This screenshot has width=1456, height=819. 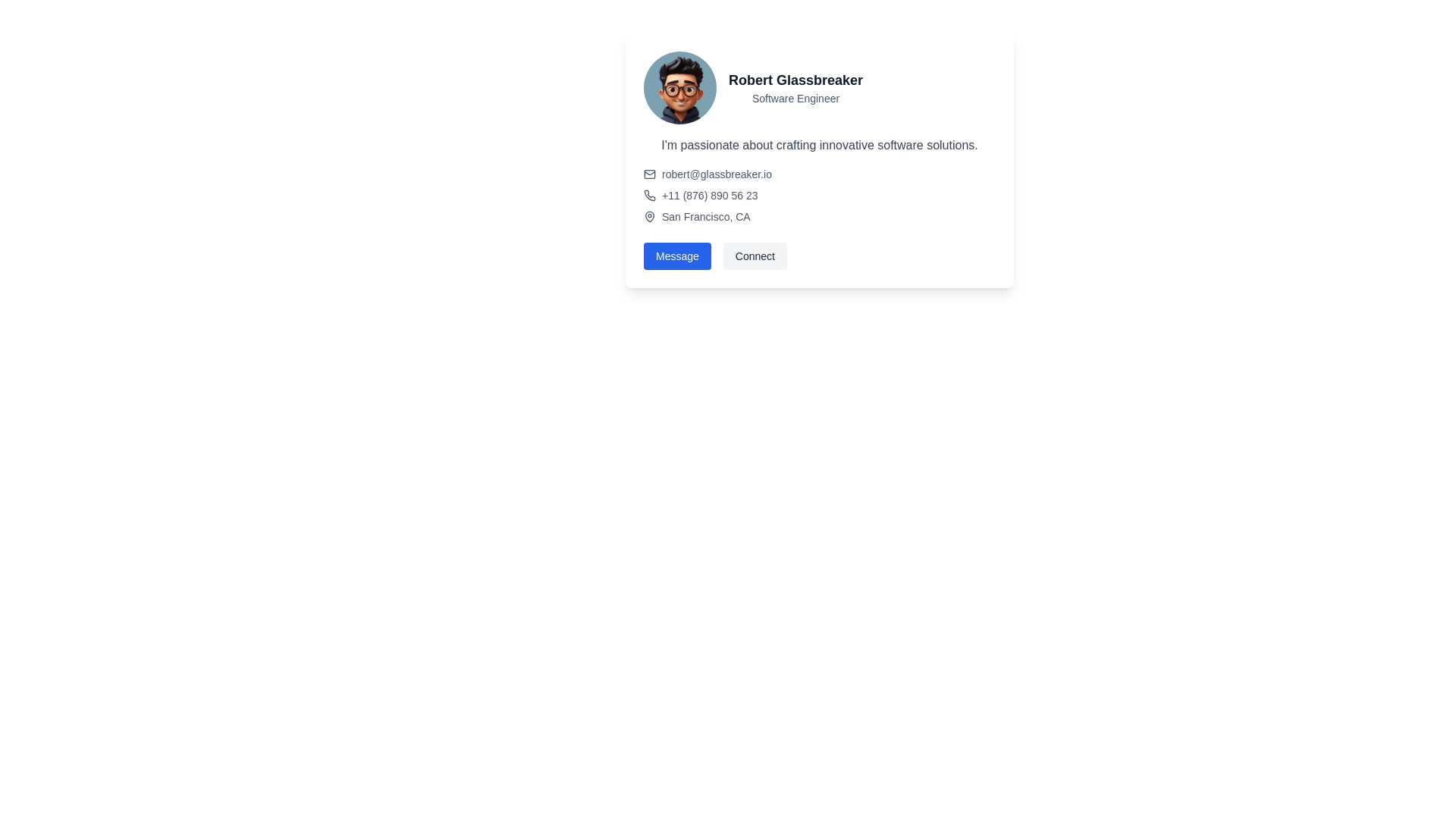 What do you see at coordinates (818, 195) in the screenshot?
I see `the phone number '+11 (876) 890 56 23' styled as a hyperlink, which is the second item in the profile details section, to initiate a call` at bounding box center [818, 195].